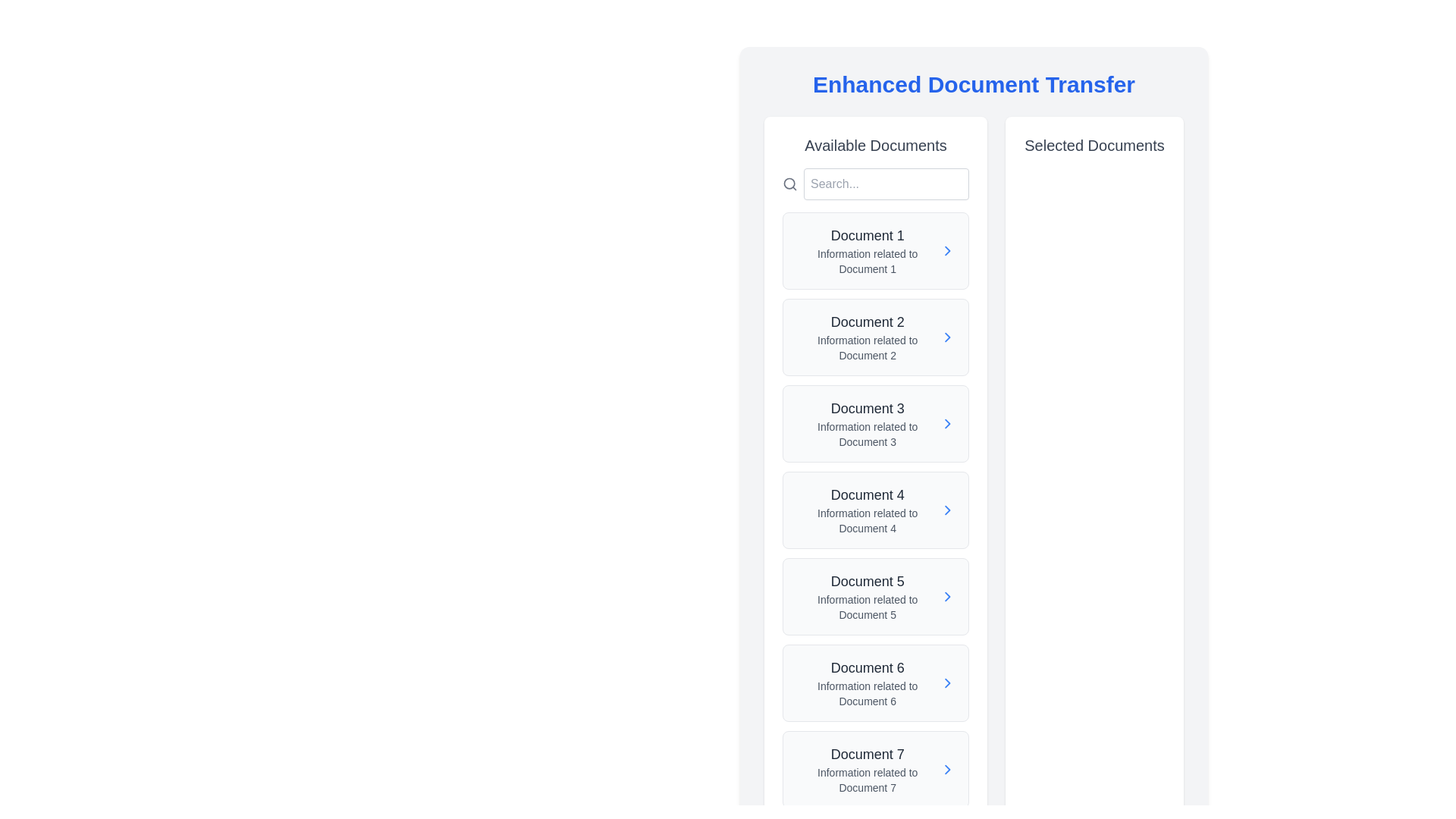 Image resolution: width=1456 pixels, height=819 pixels. What do you see at coordinates (868, 510) in the screenshot?
I see `the List-item component displaying 'Document 4' with the subtitle 'Information related to Document 4' in the 'Available Documents' section` at bounding box center [868, 510].